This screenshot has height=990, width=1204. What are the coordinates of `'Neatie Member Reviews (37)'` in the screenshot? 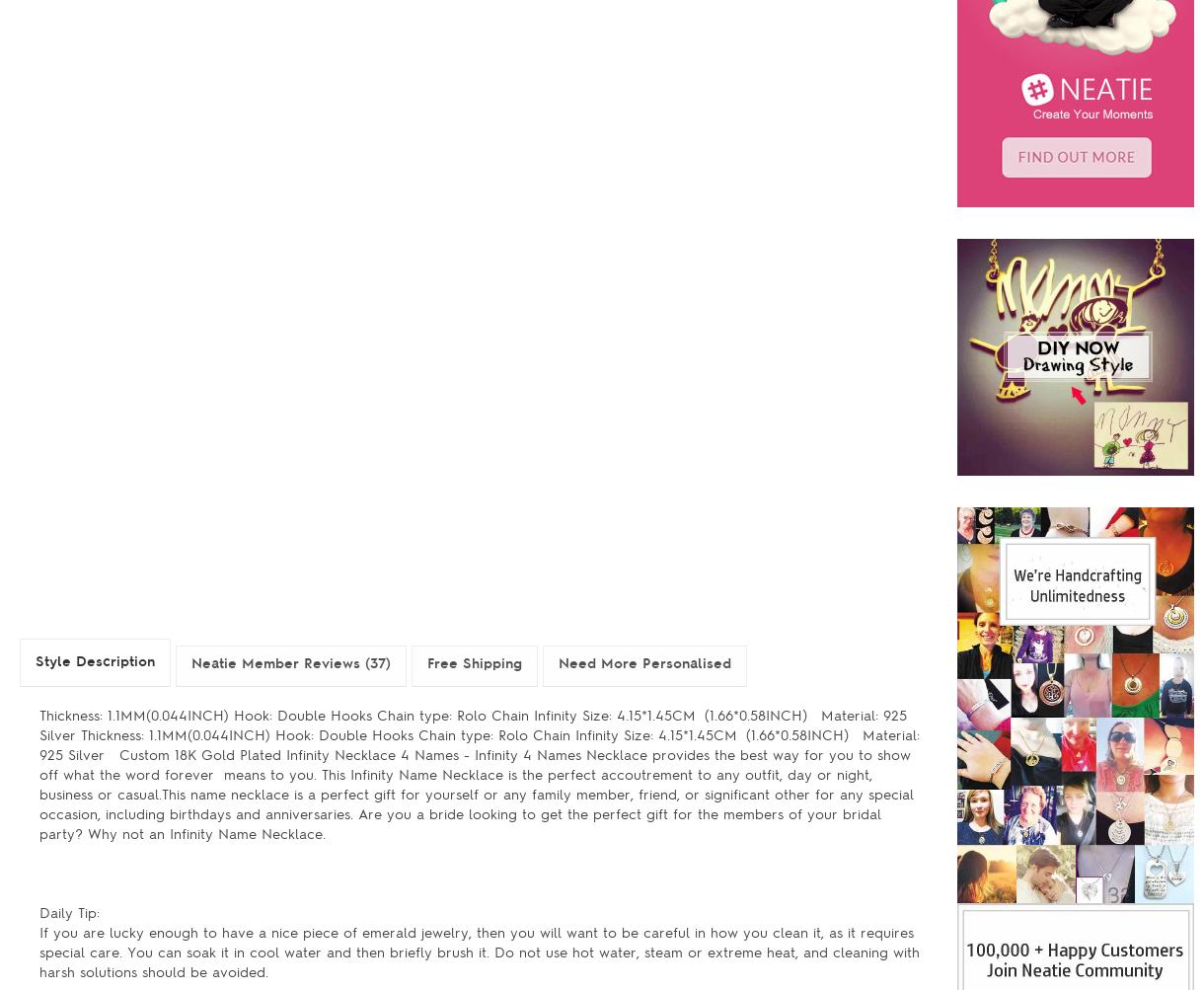 It's located at (289, 663).